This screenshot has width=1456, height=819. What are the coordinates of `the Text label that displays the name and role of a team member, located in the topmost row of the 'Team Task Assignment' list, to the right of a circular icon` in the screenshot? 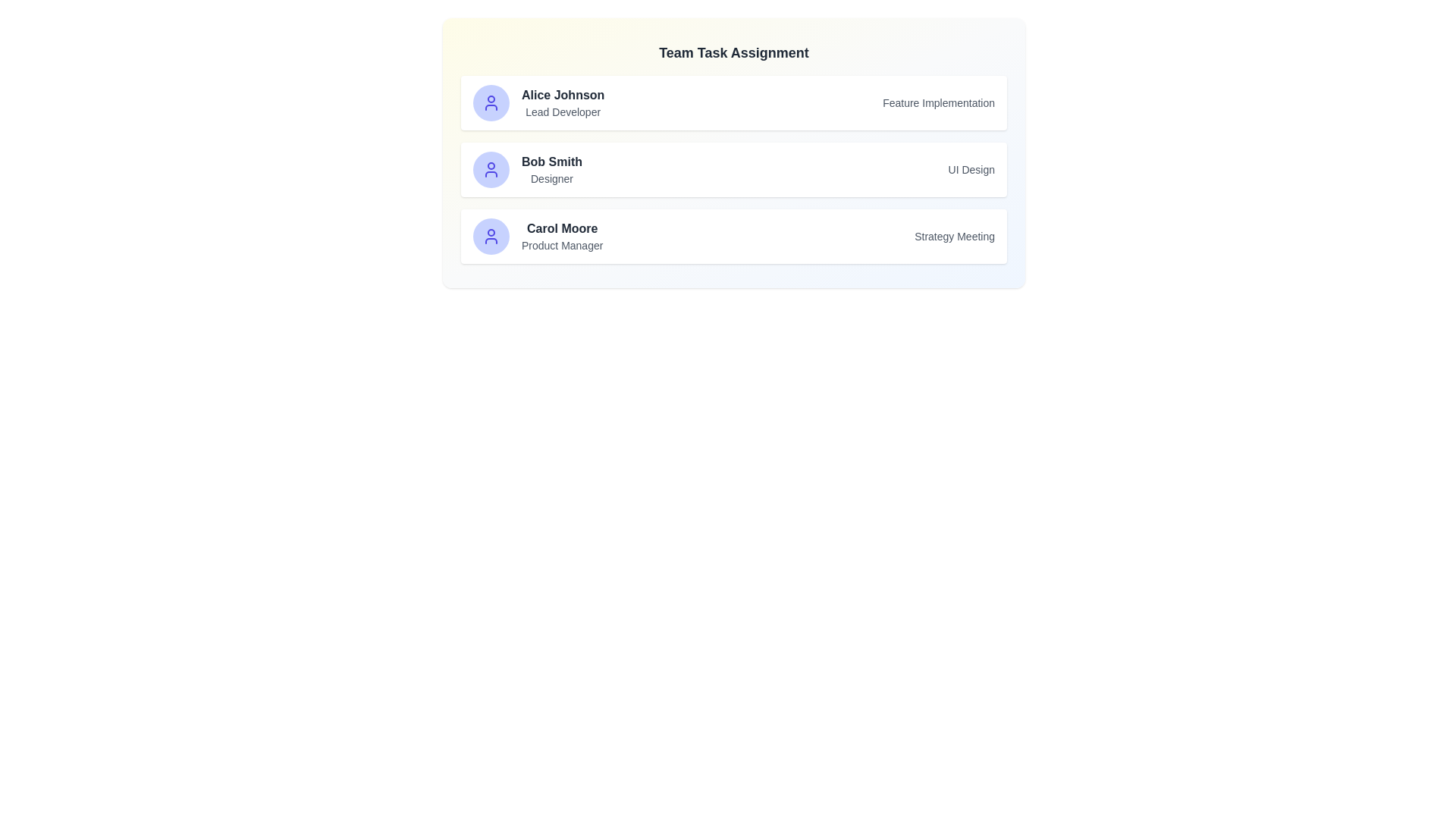 It's located at (562, 102).